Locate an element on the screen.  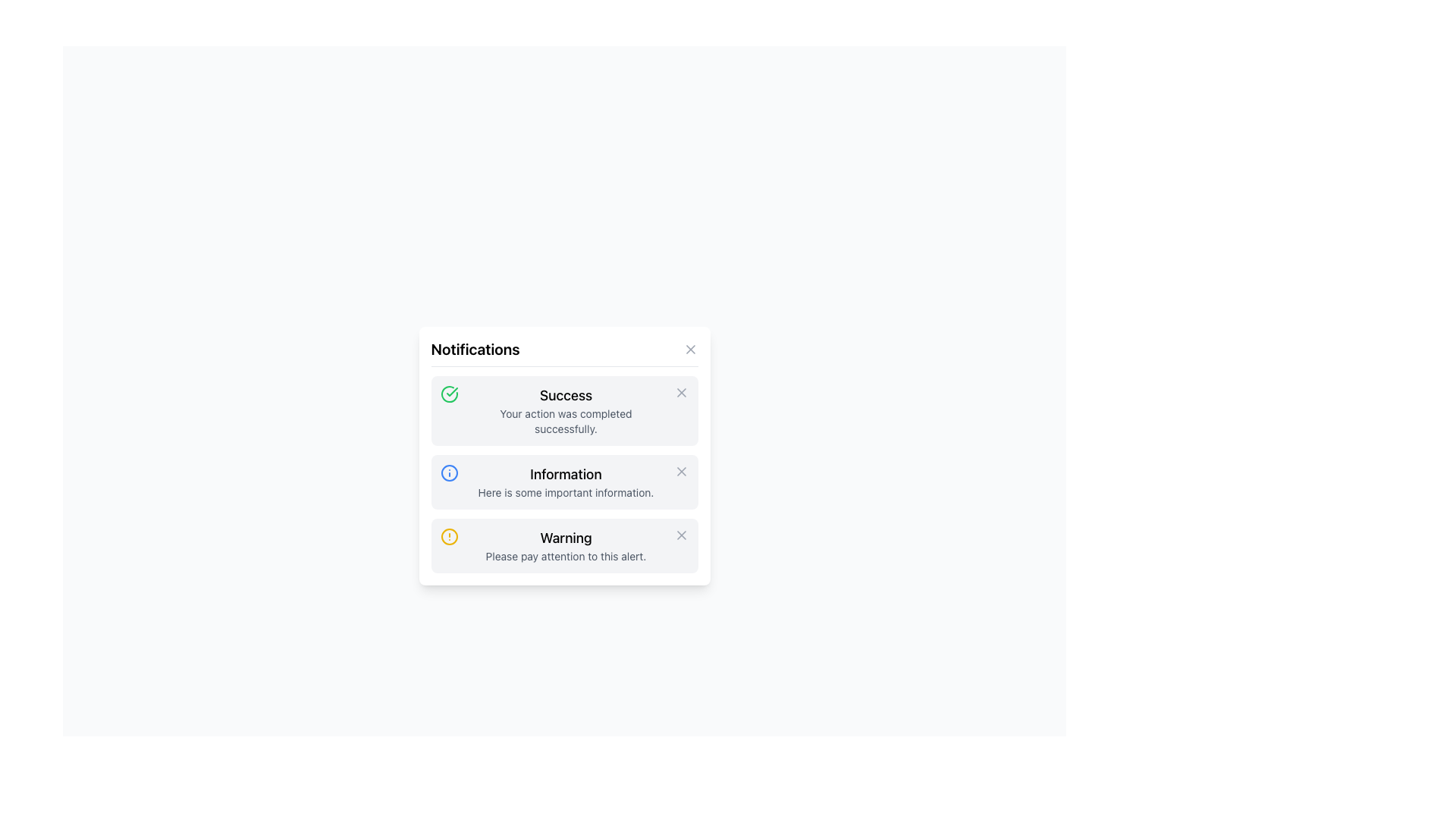
the decorative circular part of the blue information icon located to the left of the 'Information' label in the notification panel is located at coordinates (448, 472).